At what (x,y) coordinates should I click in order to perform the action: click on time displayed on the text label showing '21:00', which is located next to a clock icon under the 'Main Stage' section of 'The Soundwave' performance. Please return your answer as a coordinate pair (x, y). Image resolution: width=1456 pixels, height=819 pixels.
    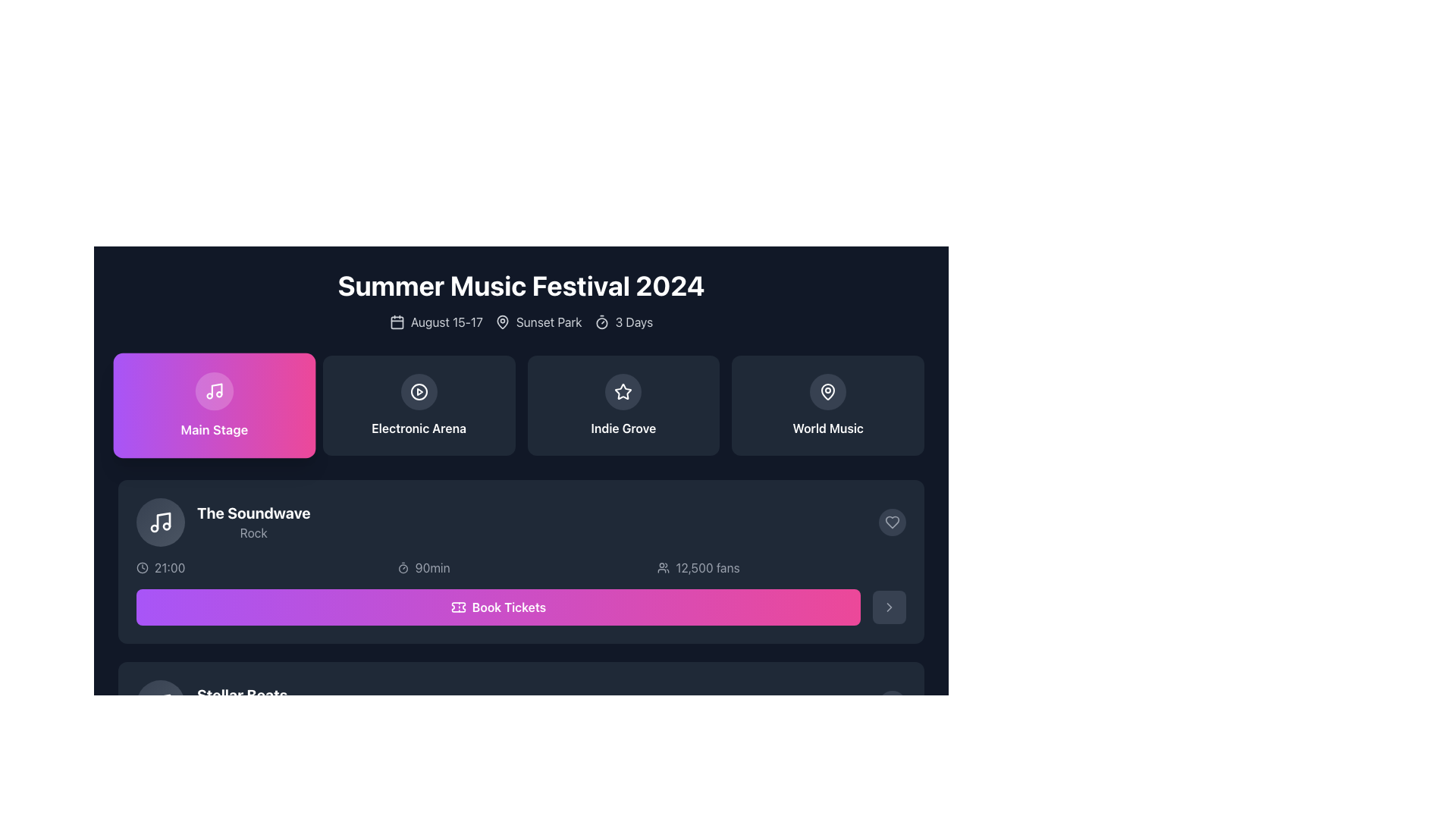
    Looking at the image, I should click on (170, 567).